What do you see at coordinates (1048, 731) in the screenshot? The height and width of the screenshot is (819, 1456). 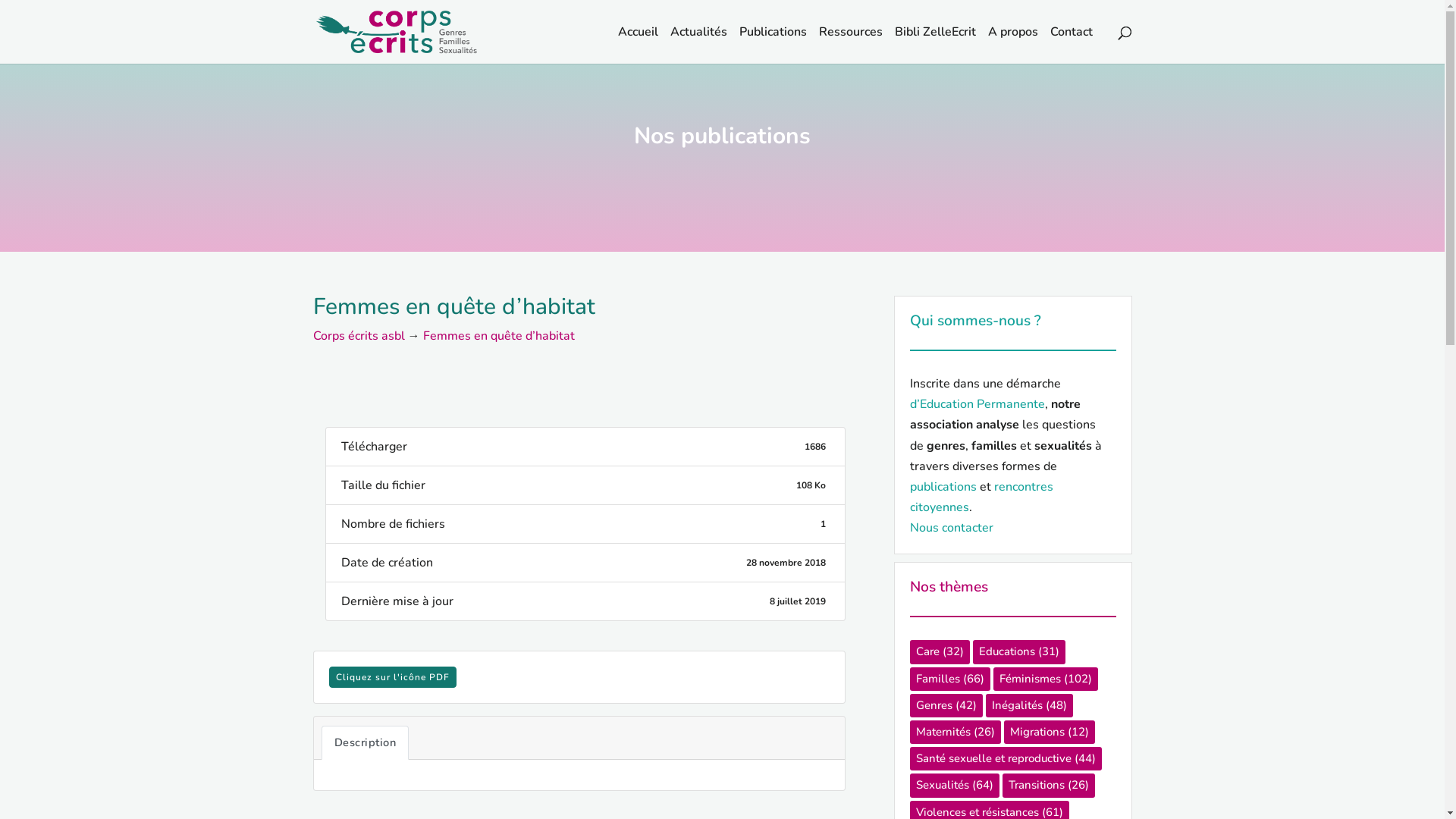 I see `'Migrations (12)'` at bounding box center [1048, 731].